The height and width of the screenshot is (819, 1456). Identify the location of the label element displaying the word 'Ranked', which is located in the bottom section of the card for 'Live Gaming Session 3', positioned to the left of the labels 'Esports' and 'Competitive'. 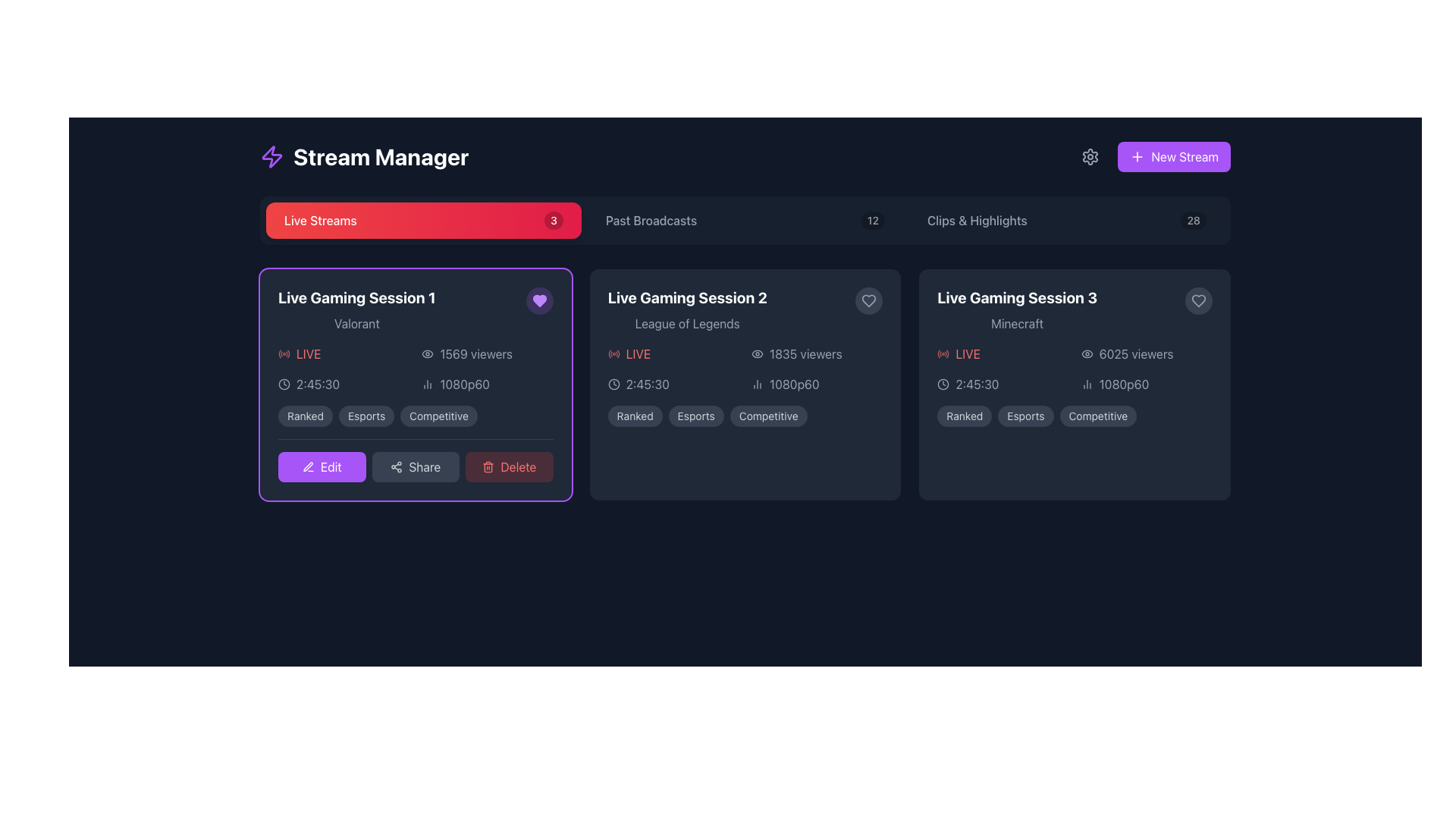
(964, 416).